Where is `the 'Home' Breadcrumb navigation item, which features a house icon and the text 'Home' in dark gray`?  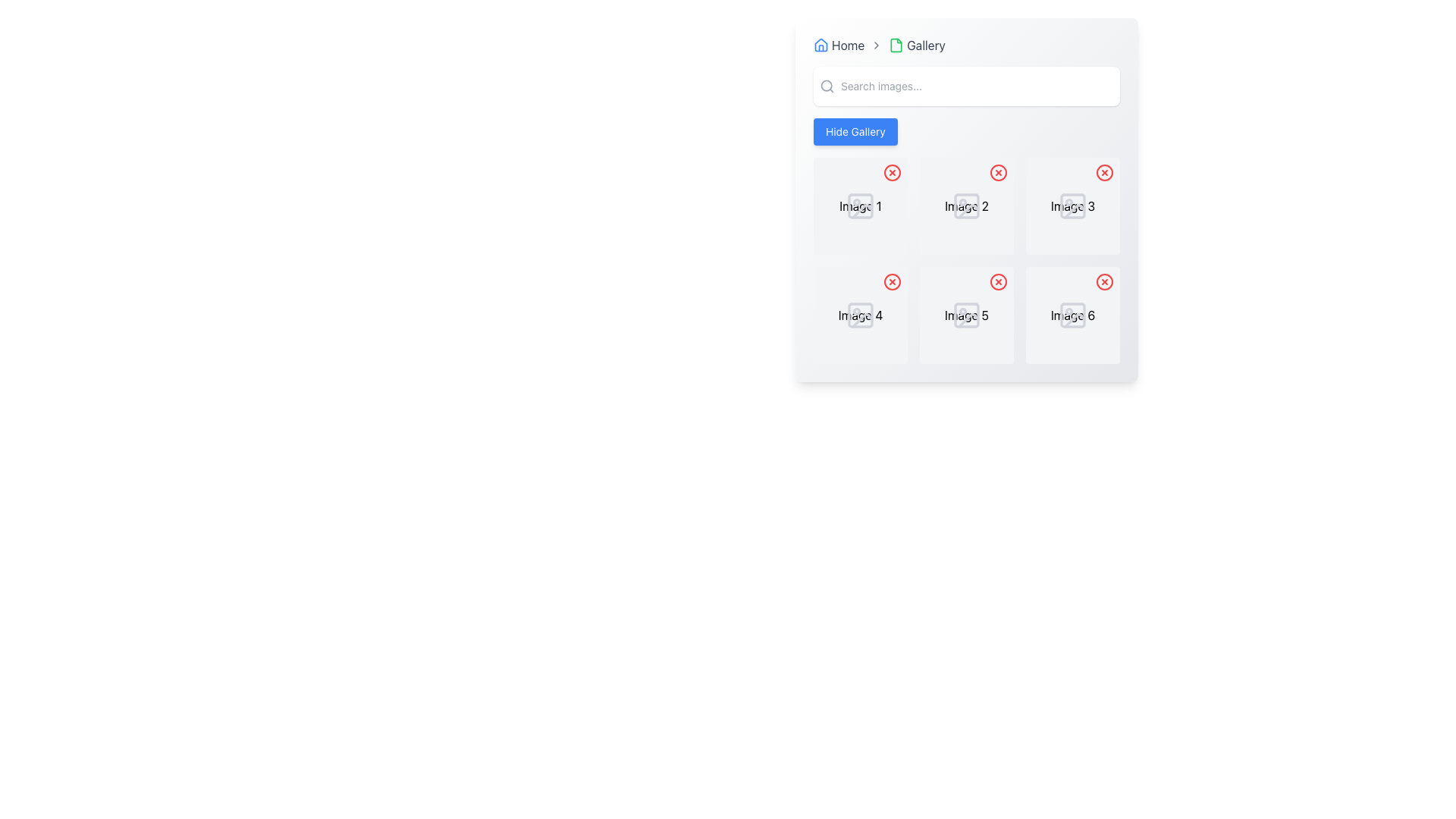 the 'Home' Breadcrumb navigation item, which features a house icon and the text 'Home' in dark gray is located at coordinates (838, 45).